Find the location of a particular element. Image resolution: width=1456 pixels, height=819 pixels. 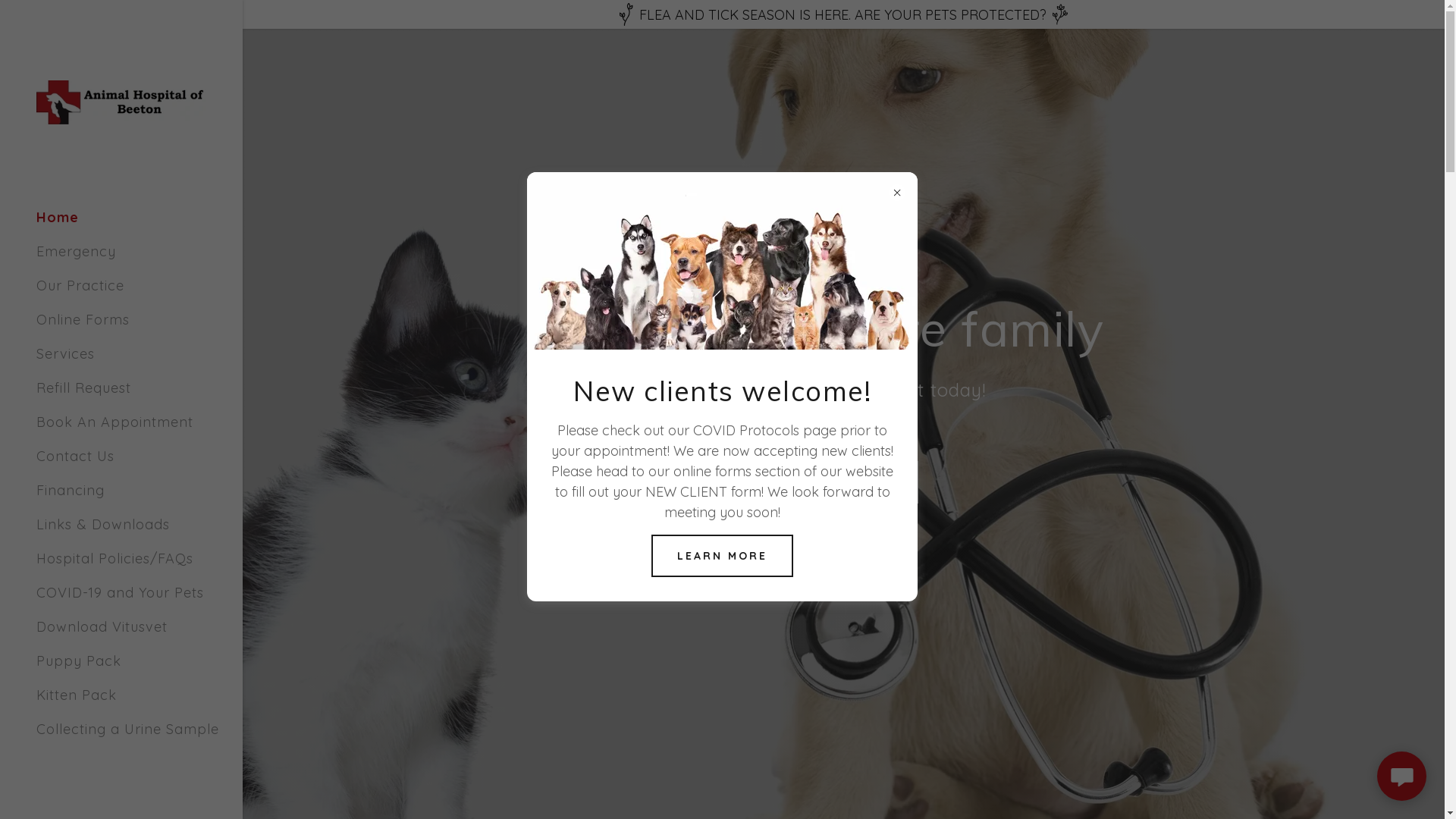

'Services' is located at coordinates (36, 353).